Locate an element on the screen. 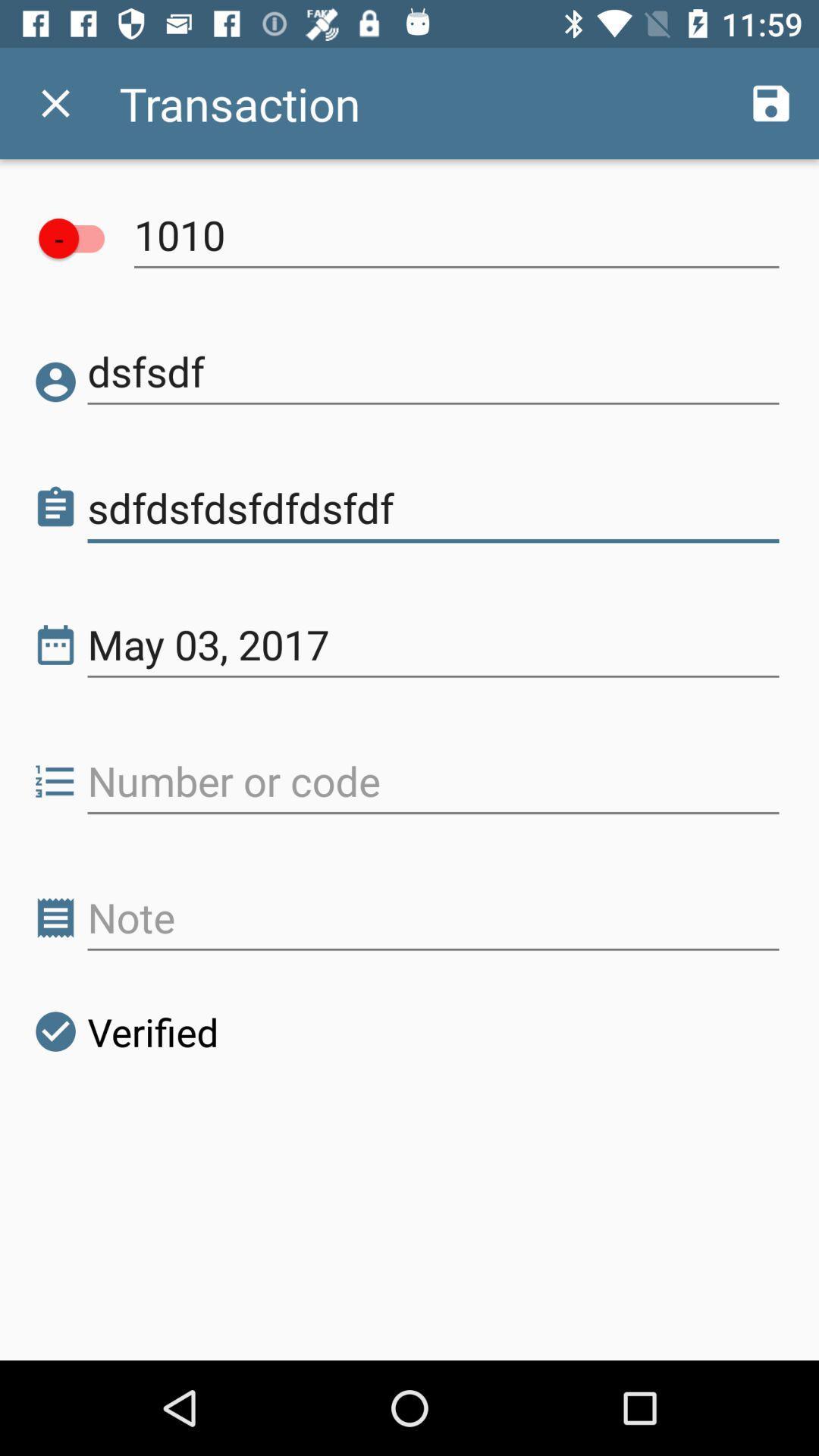 The image size is (819, 1456). the item at the top right corner is located at coordinates (771, 102).